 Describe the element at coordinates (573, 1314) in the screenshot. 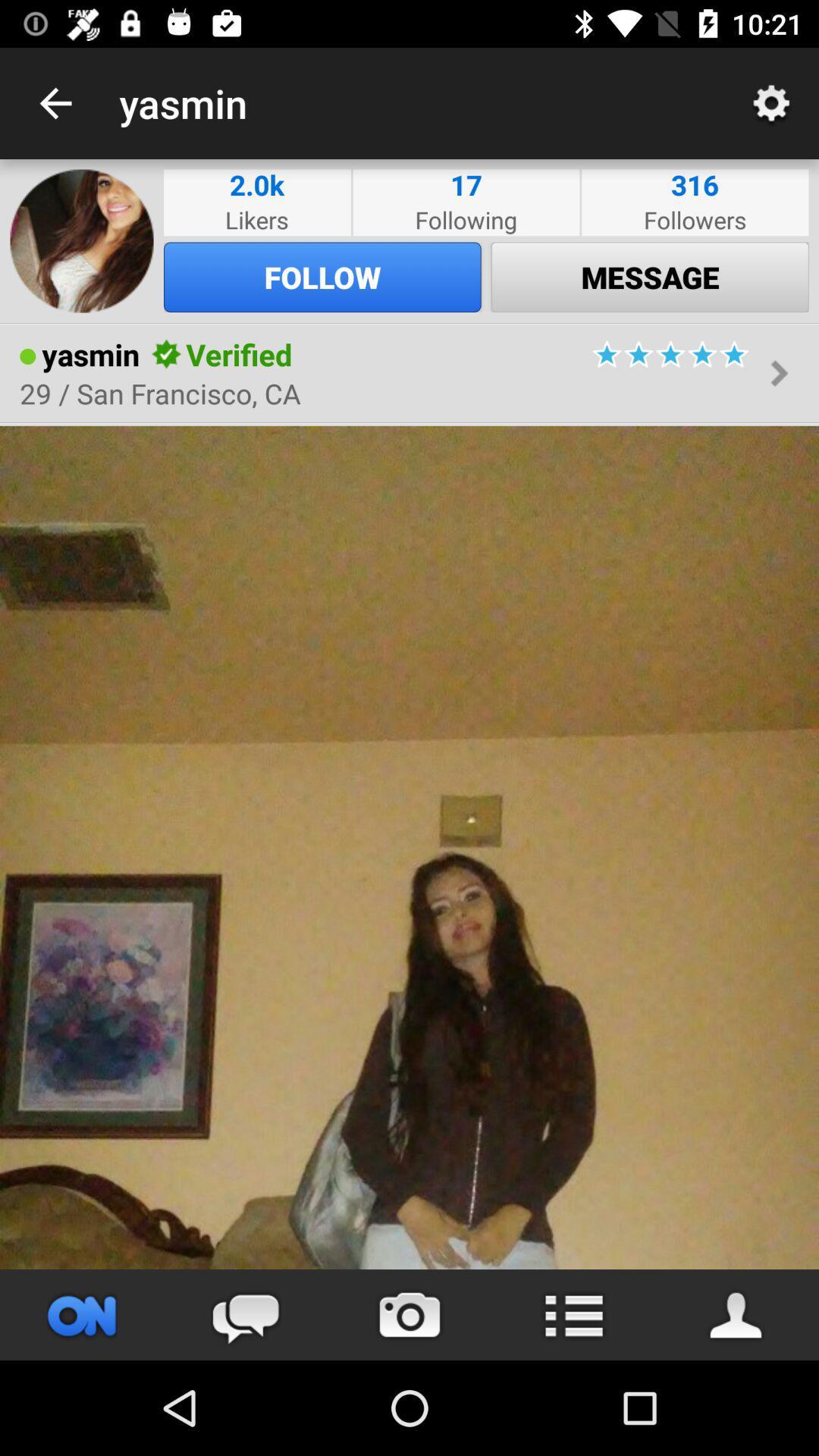

I see `to options` at that location.